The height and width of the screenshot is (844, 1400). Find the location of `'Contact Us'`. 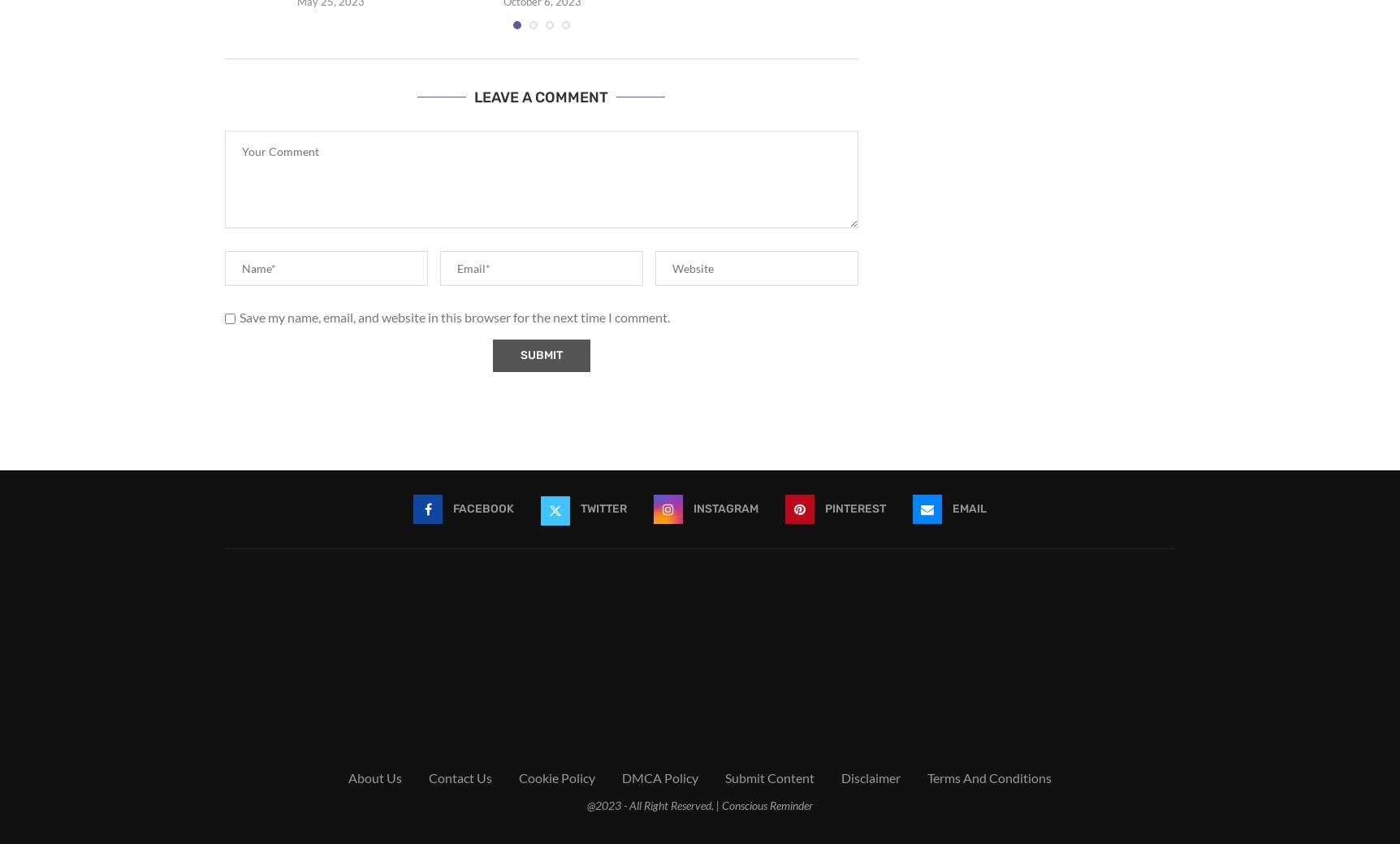

'Contact Us' is located at coordinates (460, 777).